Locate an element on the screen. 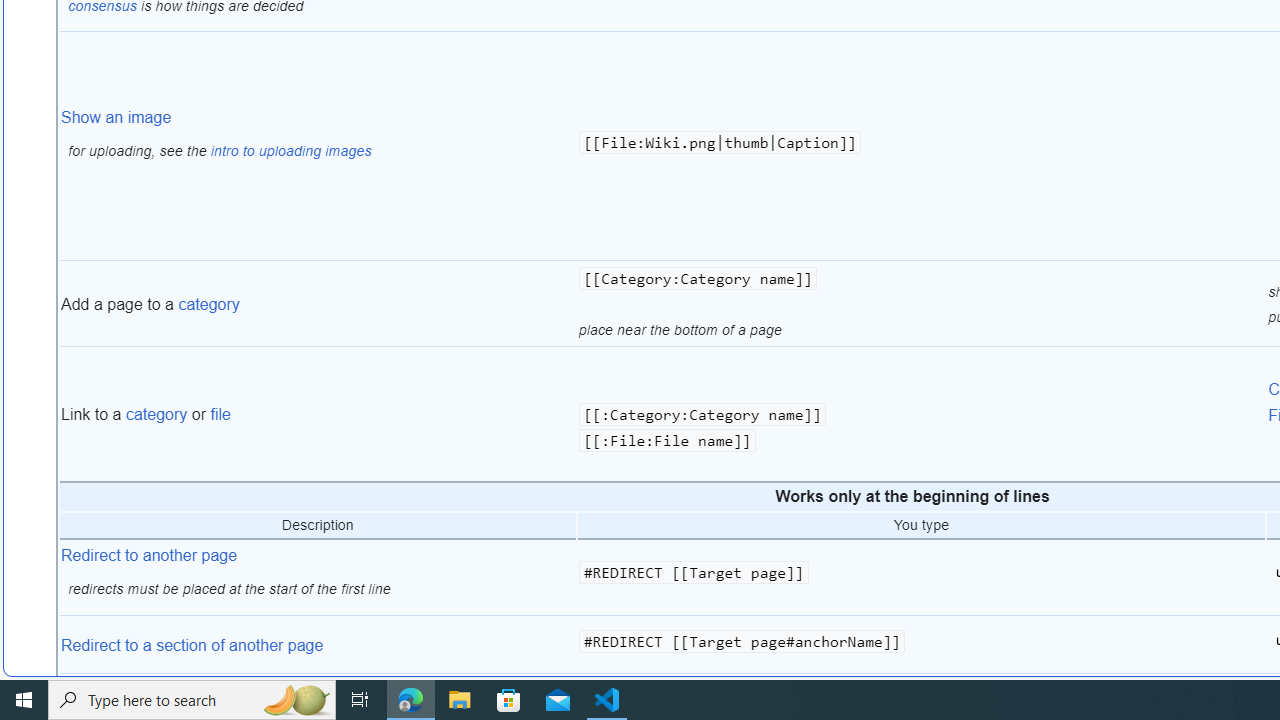  'Description' is located at coordinates (317, 524).